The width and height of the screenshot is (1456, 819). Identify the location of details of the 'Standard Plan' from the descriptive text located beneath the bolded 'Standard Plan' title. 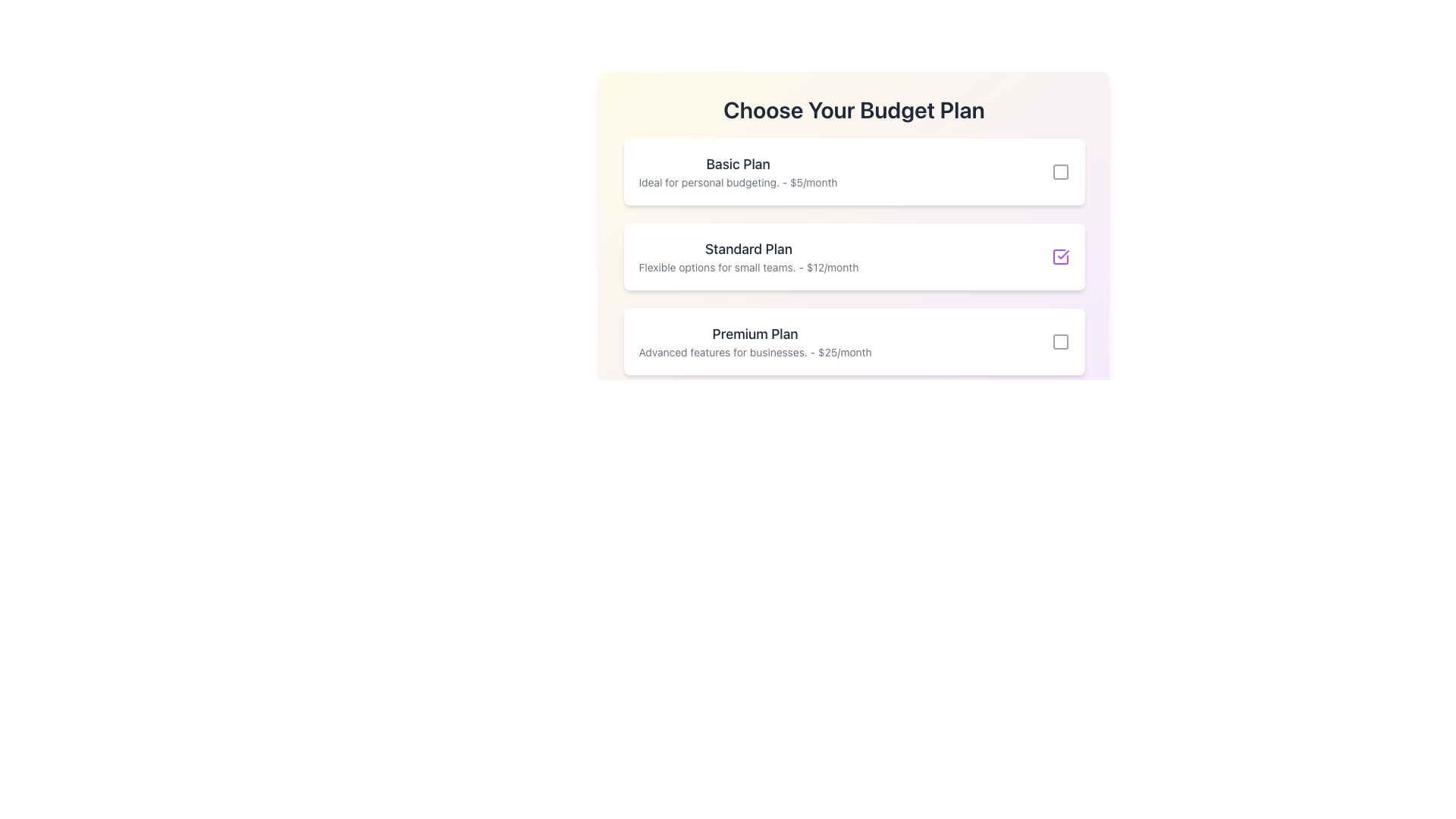
(748, 267).